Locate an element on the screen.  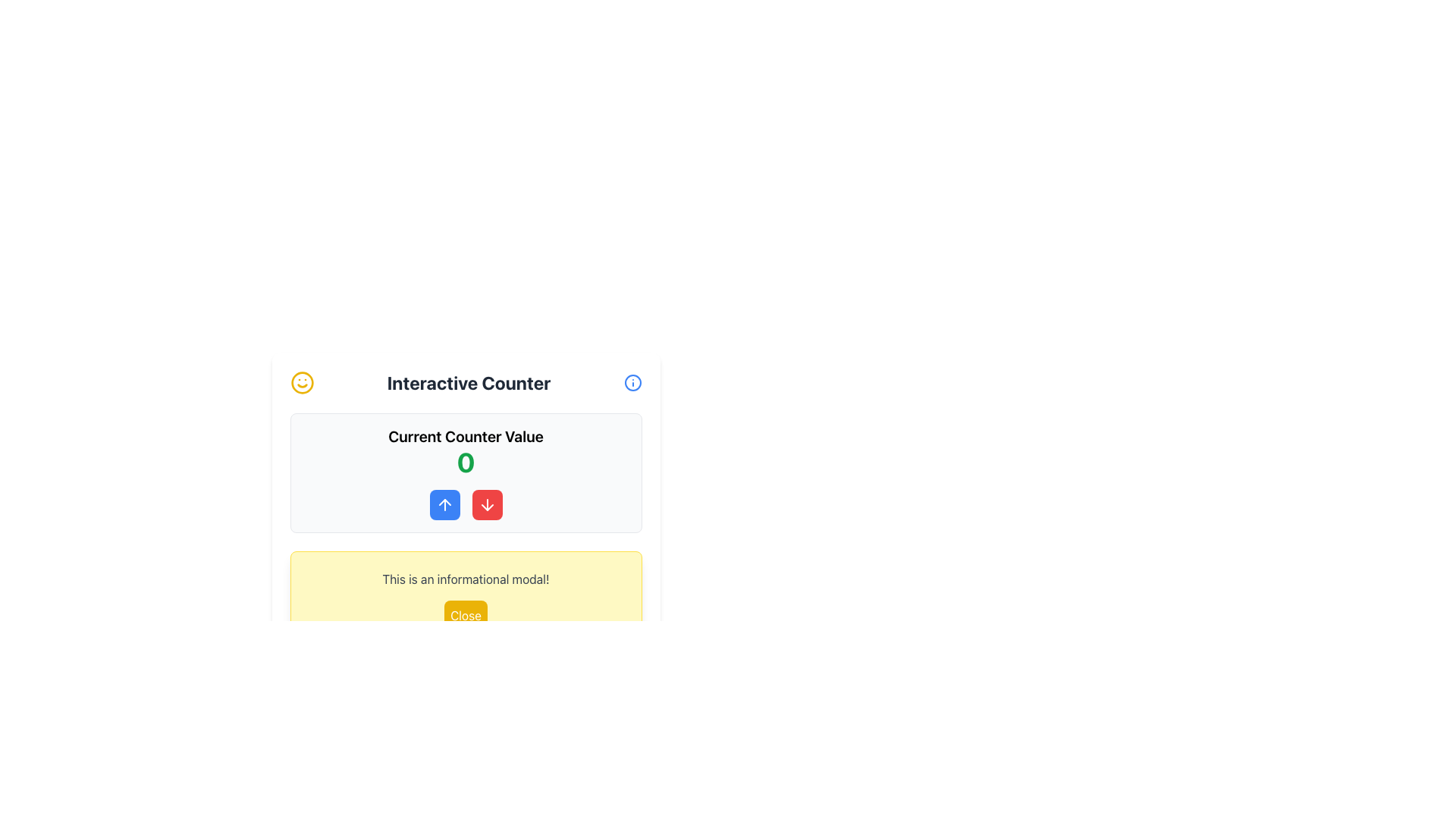
the graphic icon in the center of the blue button below the 'Current Counter Value' display is located at coordinates (444, 505).